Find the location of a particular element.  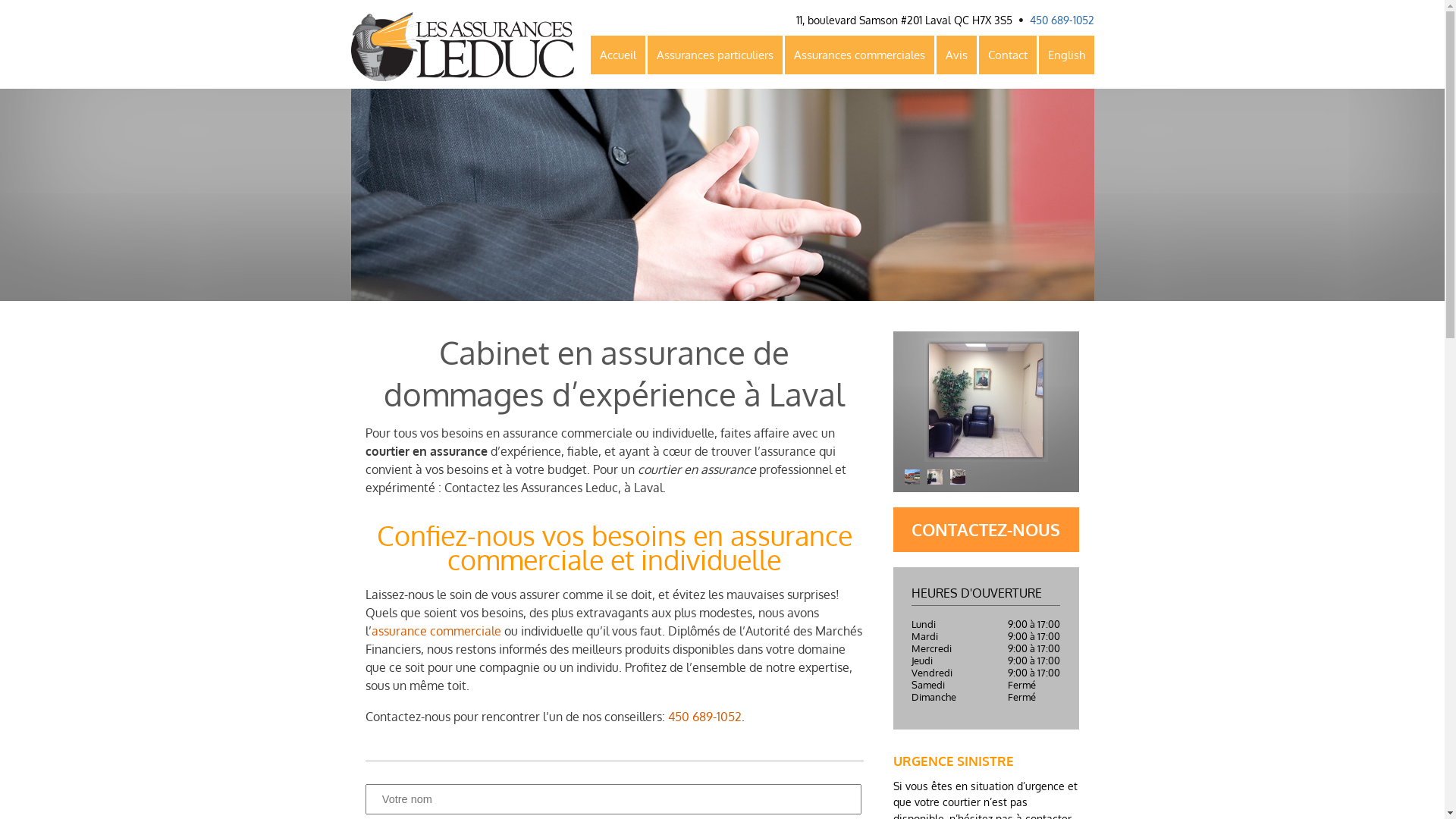

'assurance commerciale' is located at coordinates (435, 630).